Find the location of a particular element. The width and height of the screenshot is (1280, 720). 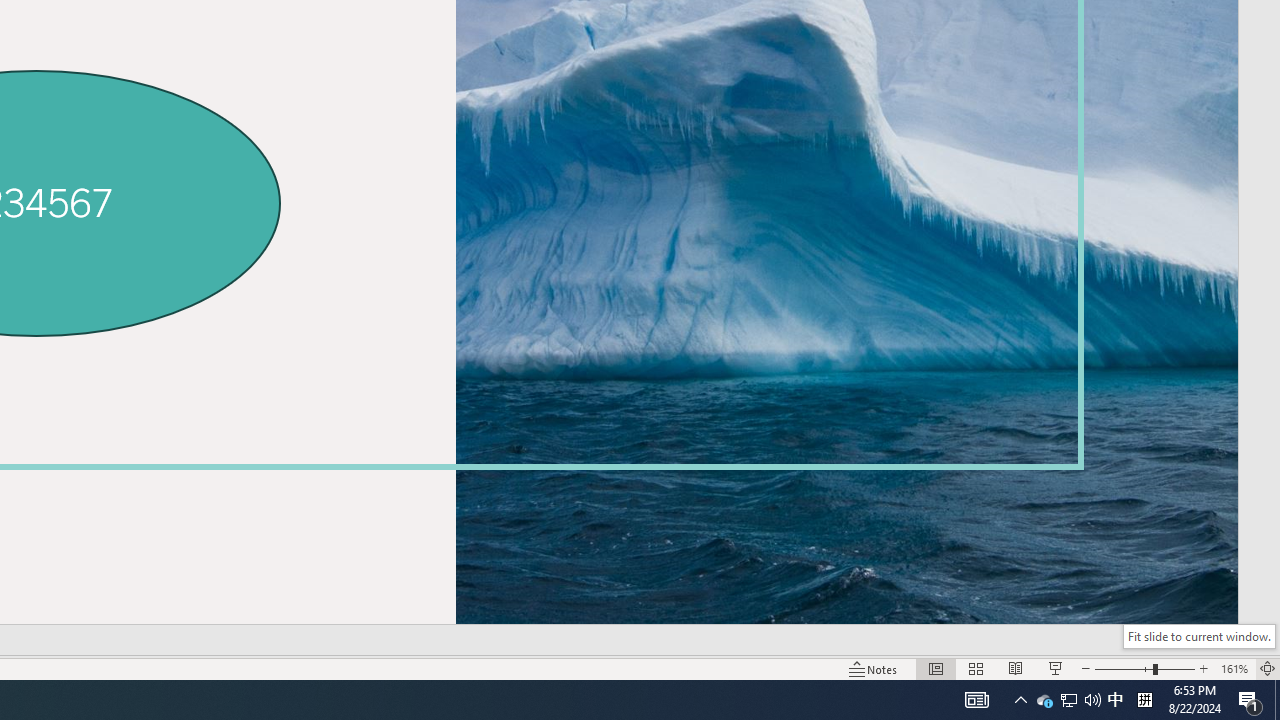

'Normal' is located at coordinates (935, 669).